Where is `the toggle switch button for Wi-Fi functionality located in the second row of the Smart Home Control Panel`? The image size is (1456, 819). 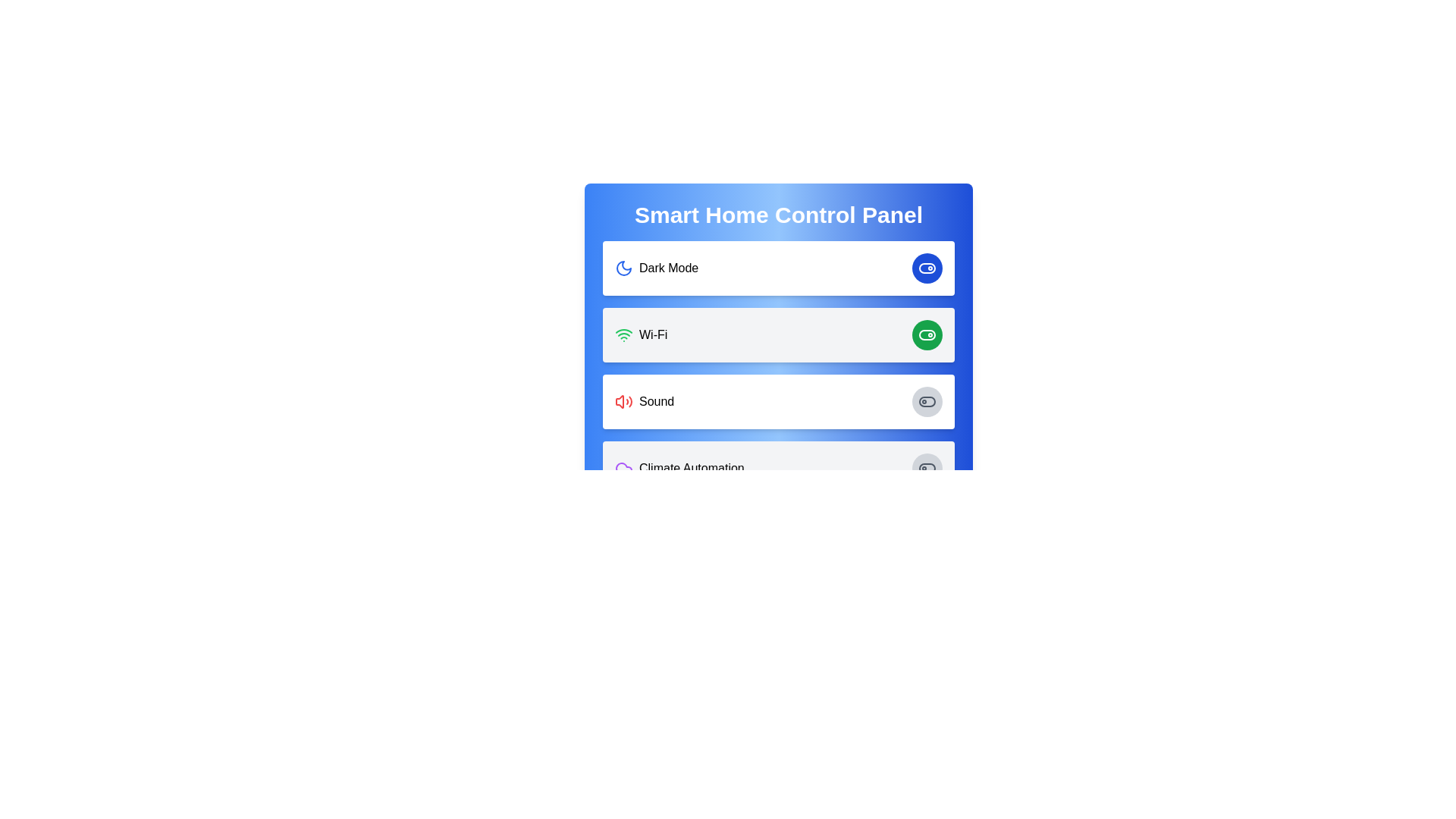
the toggle switch button for Wi-Fi functionality located in the second row of the Smart Home Control Panel is located at coordinates (927, 334).